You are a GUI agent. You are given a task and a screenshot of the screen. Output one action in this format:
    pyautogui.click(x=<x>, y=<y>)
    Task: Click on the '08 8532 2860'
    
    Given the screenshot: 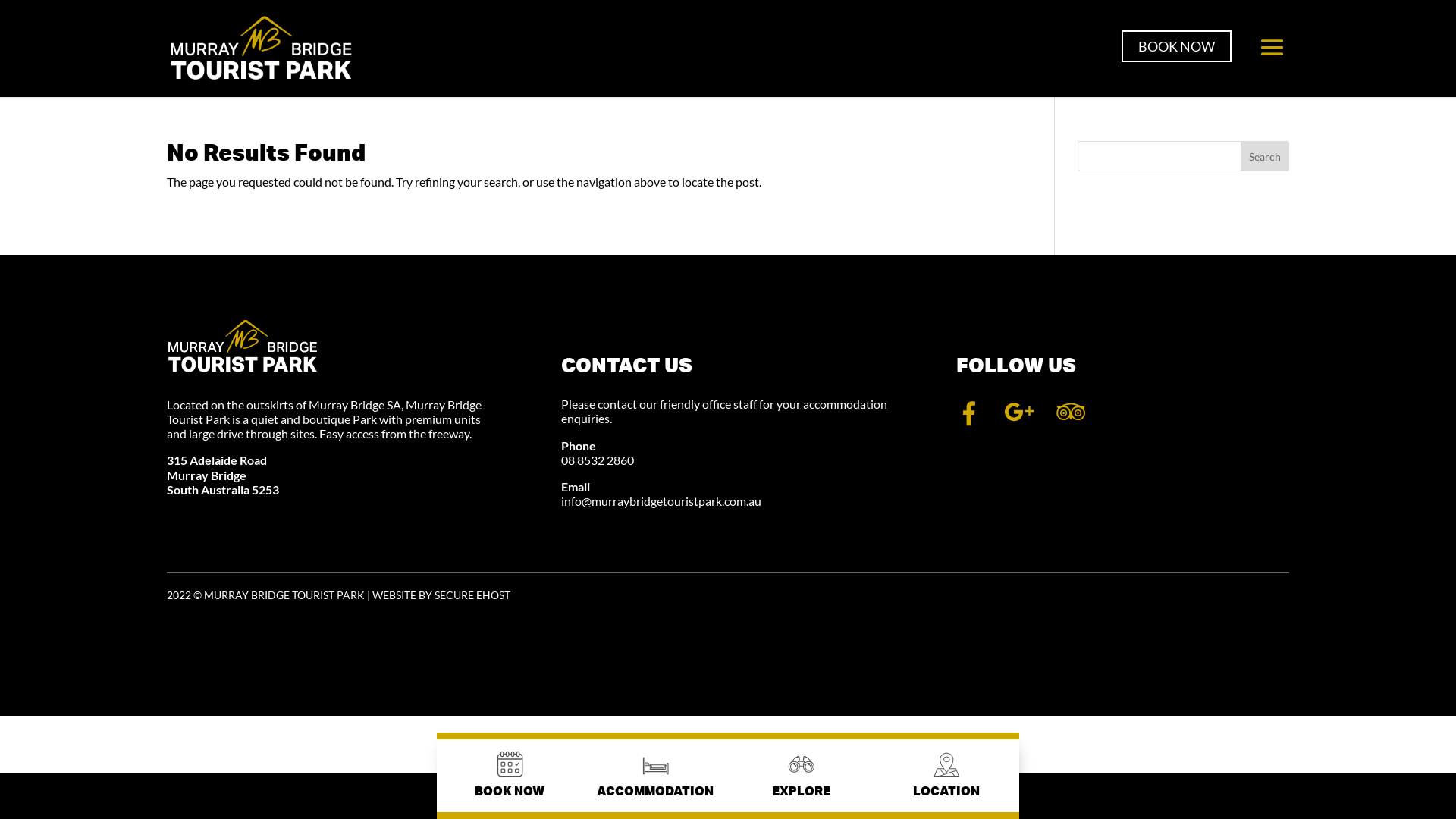 What is the action you would take?
    pyautogui.click(x=596, y=459)
    